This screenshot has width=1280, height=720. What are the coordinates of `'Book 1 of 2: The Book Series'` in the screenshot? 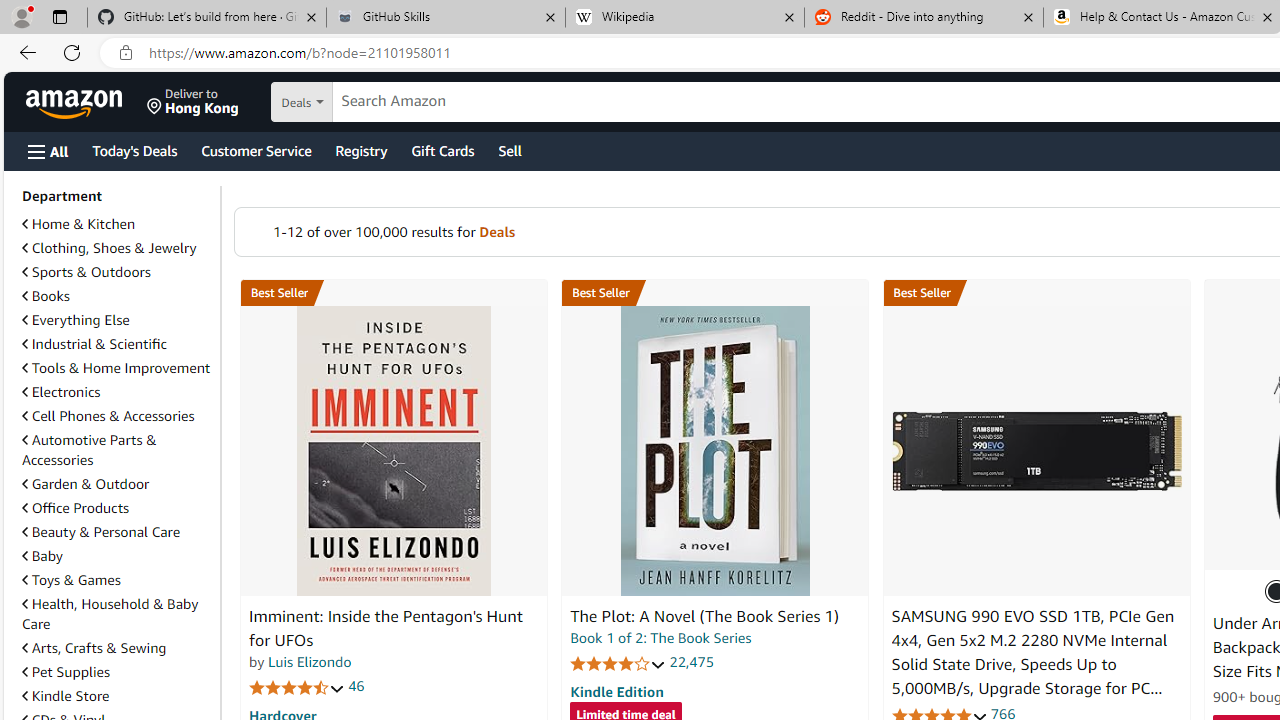 It's located at (661, 638).